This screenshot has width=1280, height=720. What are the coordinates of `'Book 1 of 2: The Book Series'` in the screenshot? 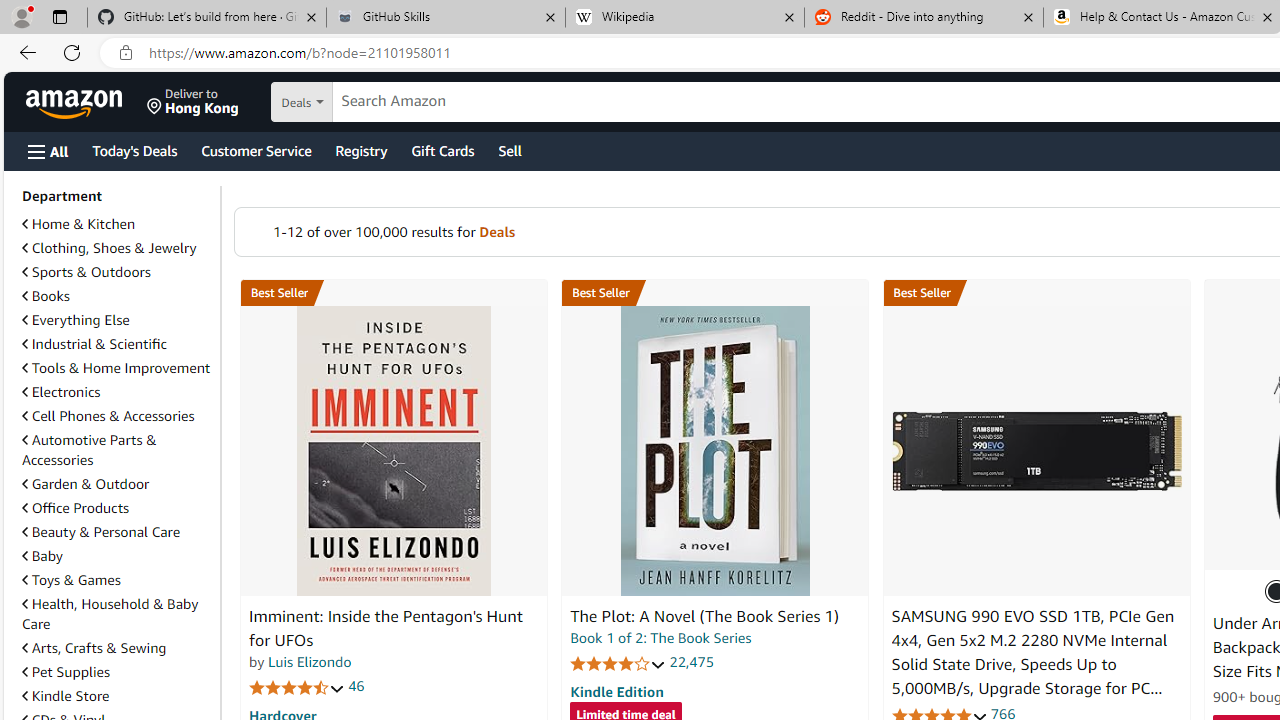 It's located at (661, 638).